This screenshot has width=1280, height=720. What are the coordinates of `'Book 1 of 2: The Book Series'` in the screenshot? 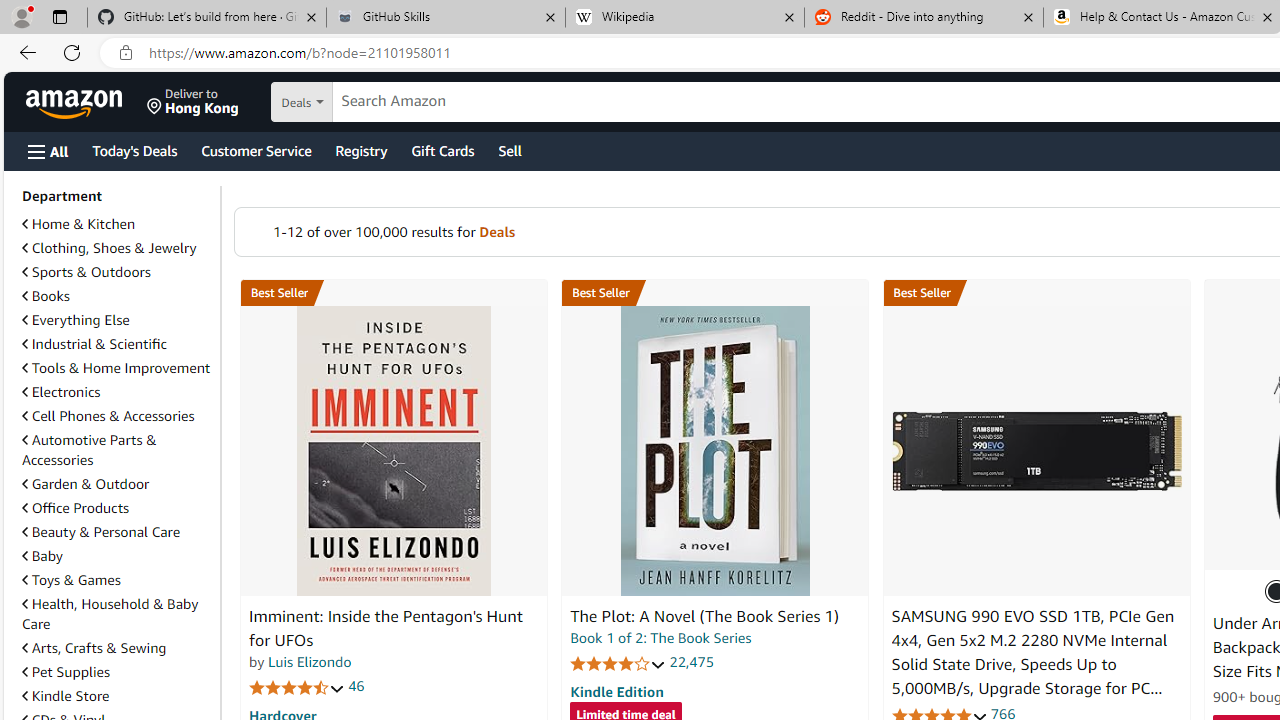 It's located at (661, 638).